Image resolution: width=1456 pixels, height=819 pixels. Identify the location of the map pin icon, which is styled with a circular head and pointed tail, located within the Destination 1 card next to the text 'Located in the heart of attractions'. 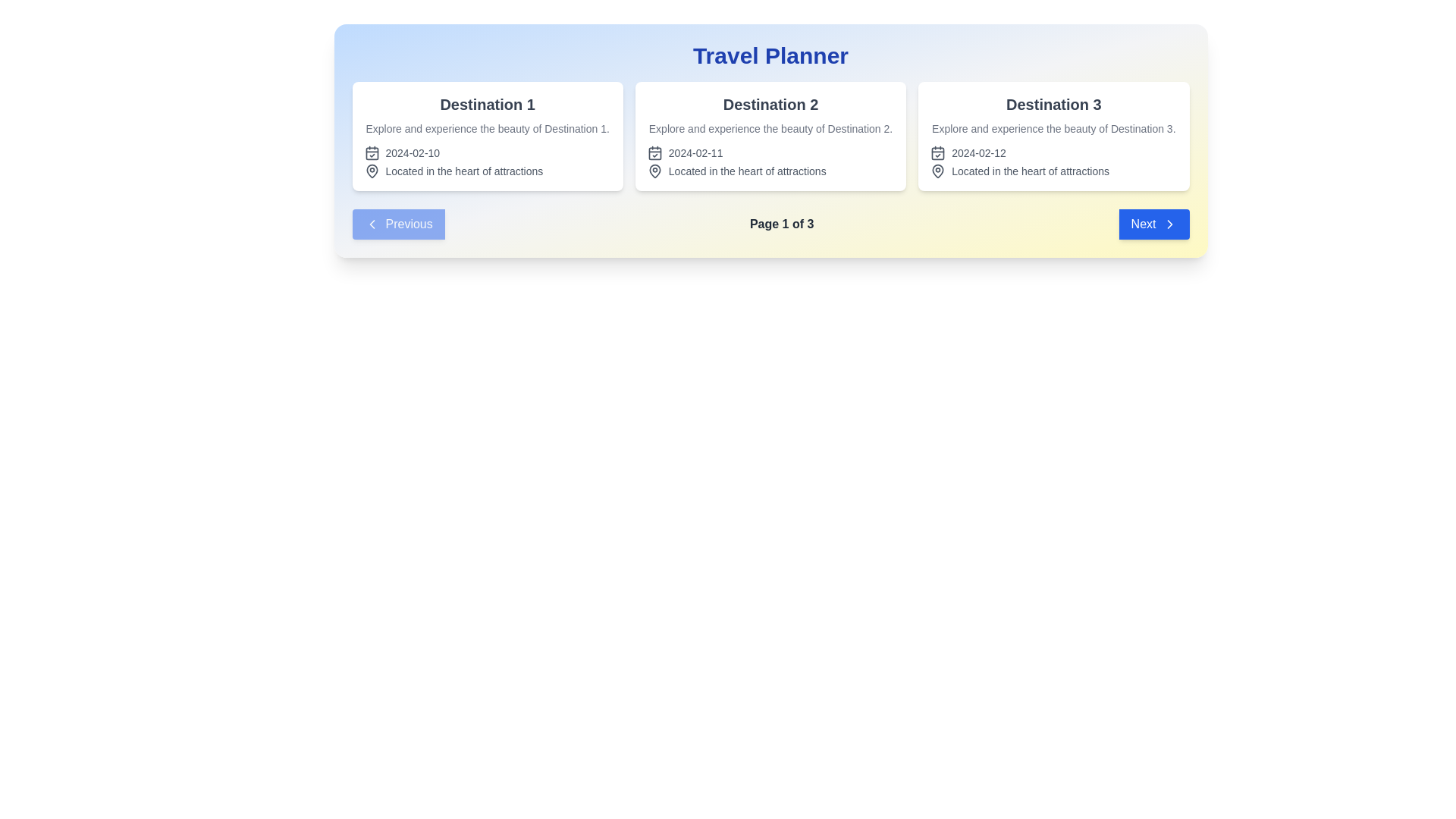
(372, 171).